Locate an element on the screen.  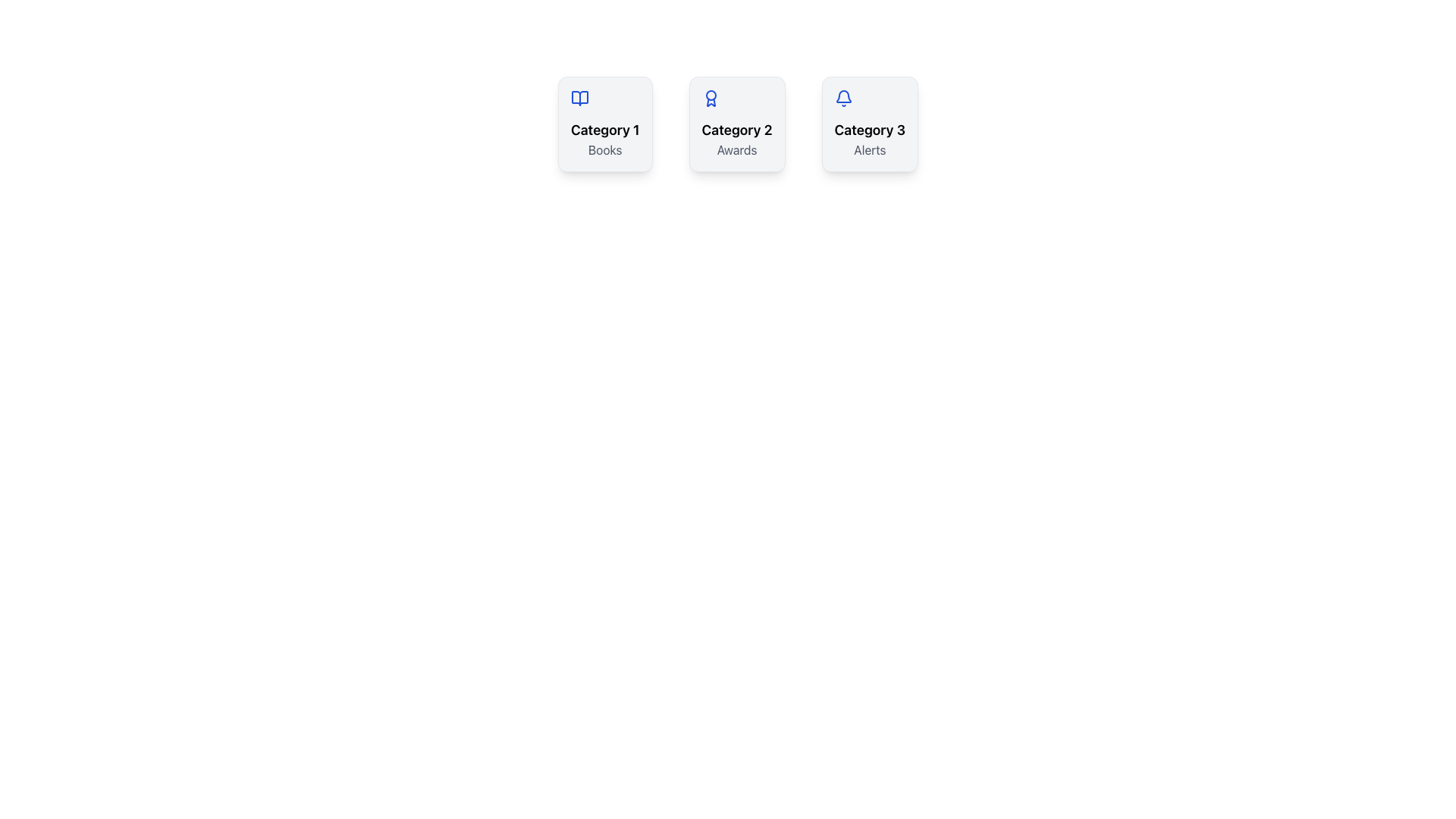
the bell-shaped icon with a blue stroke located in the 'Category 3' card, positioned above the text 'Category 3' and 'Alerts' is located at coordinates (843, 99).